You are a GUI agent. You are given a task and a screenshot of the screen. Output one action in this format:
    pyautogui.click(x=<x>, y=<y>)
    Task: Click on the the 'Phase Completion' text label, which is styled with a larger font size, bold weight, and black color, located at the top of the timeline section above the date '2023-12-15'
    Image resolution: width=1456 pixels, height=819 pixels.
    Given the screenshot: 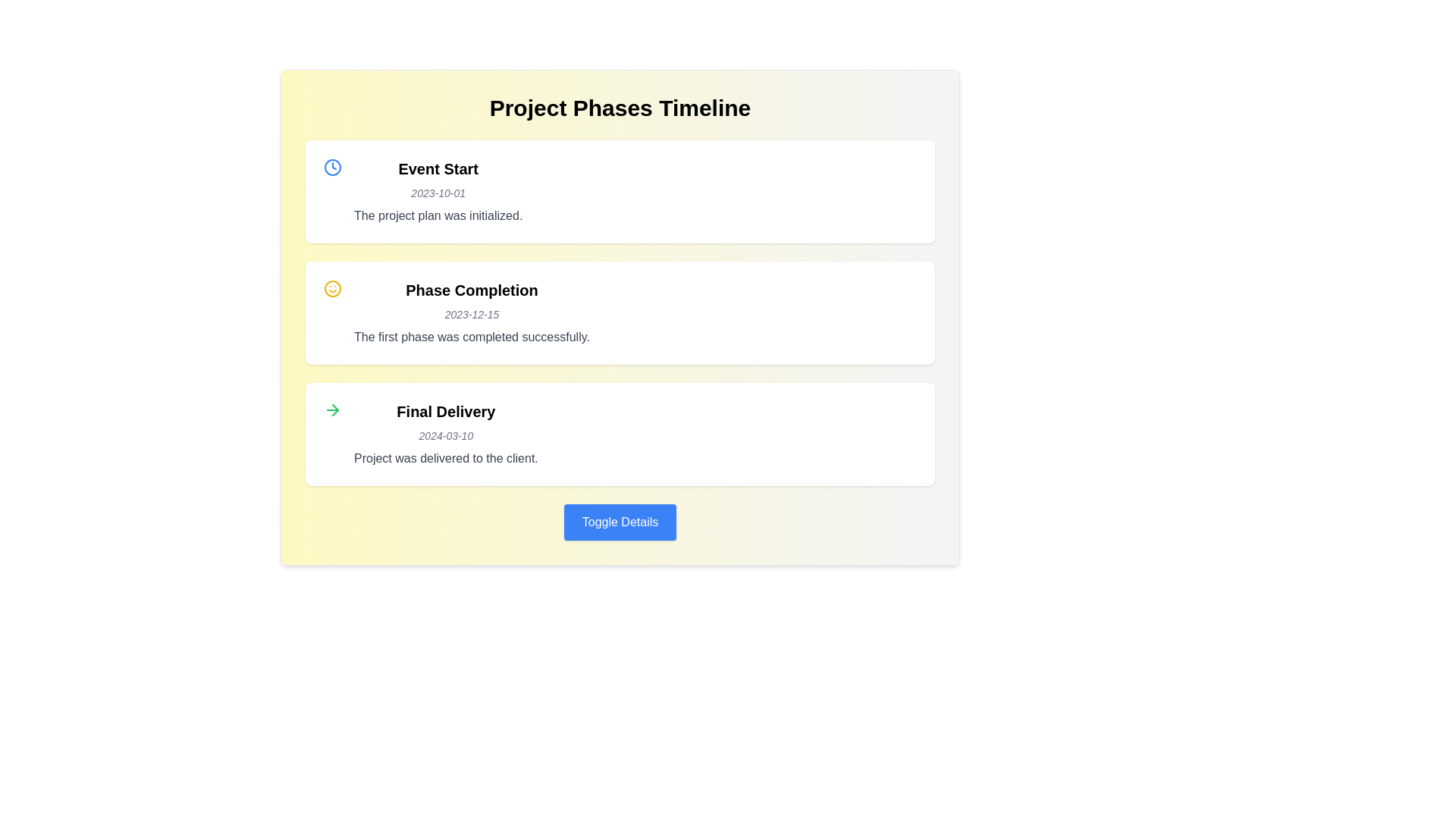 What is the action you would take?
    pyautogui.click(x=471, y=290)
    